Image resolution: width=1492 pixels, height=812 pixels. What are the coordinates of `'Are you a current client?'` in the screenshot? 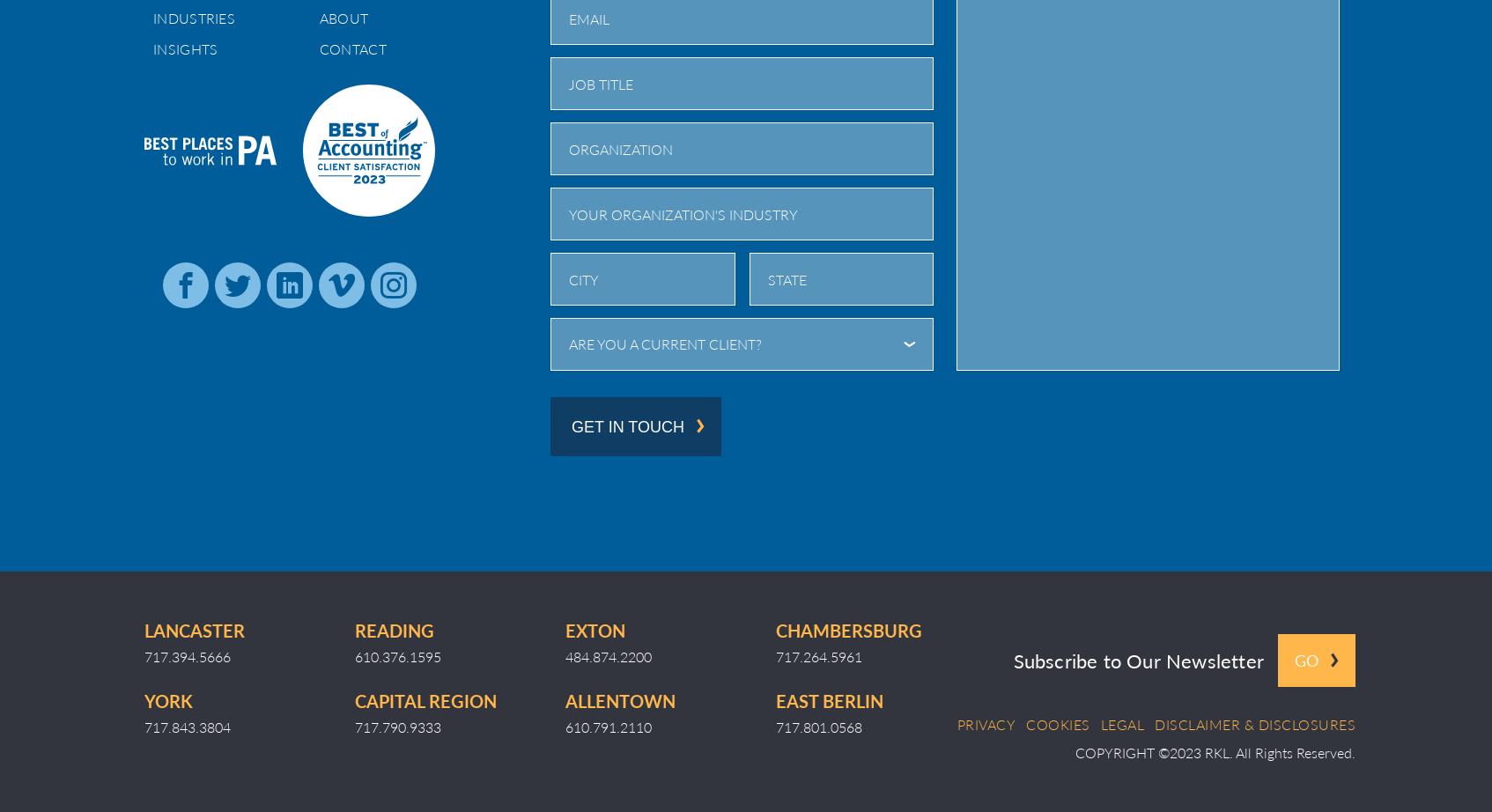 It's located at (664, 342).